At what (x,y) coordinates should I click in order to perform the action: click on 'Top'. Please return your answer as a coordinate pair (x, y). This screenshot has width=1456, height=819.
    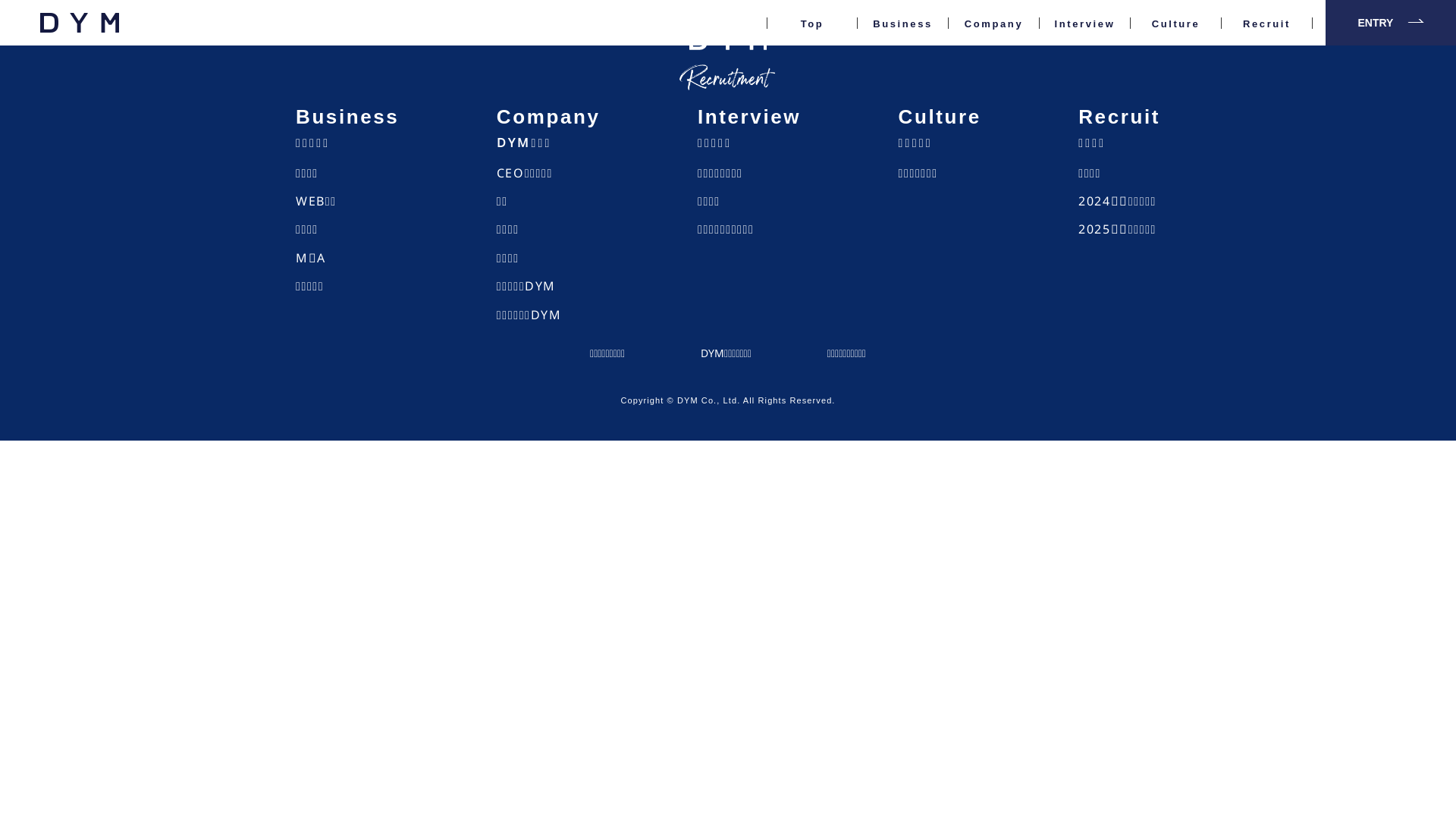
    Looking at the image, I should click on (811, 38).